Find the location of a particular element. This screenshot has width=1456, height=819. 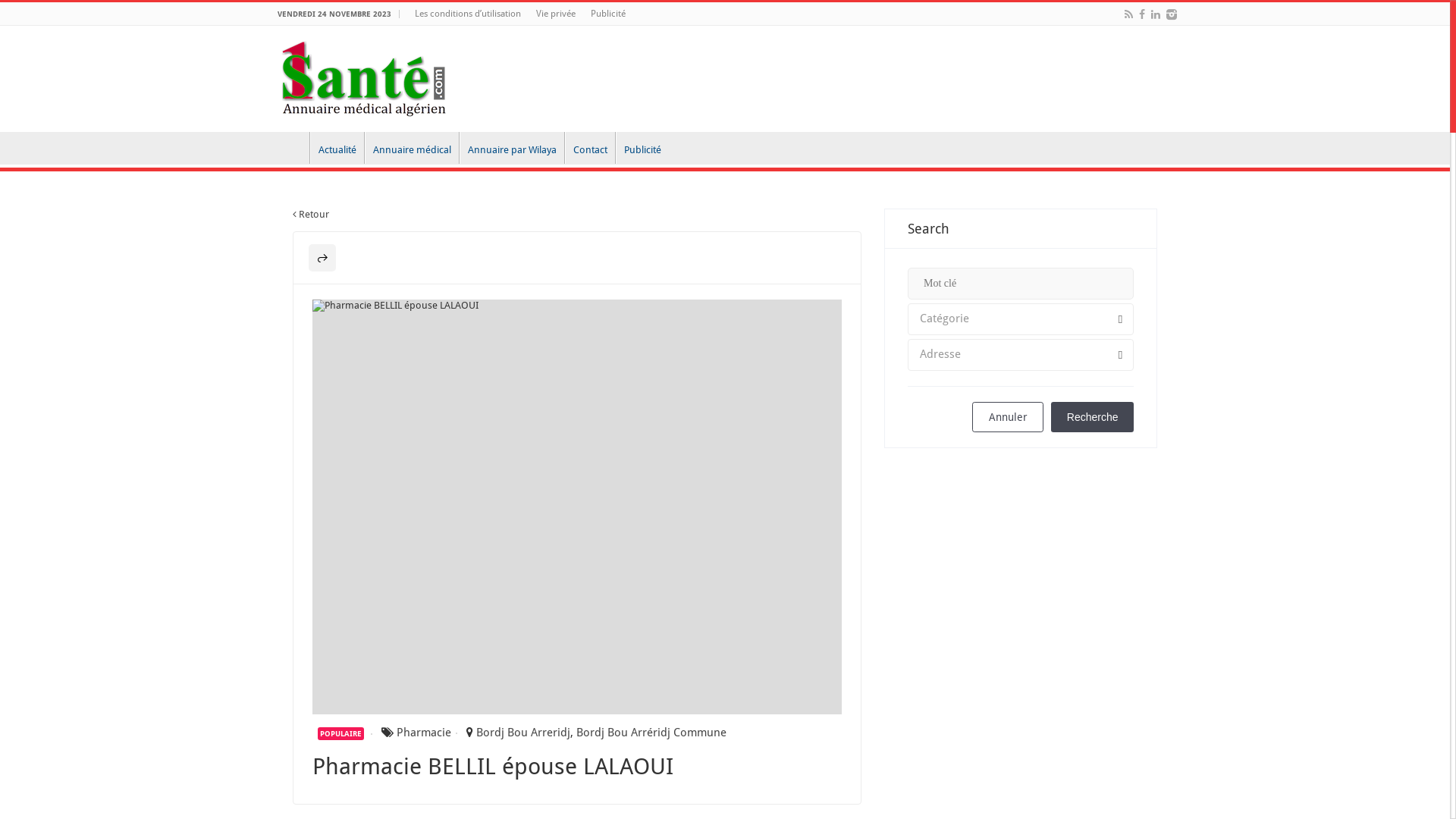

'Contact' is located at coordinates (588, 148).